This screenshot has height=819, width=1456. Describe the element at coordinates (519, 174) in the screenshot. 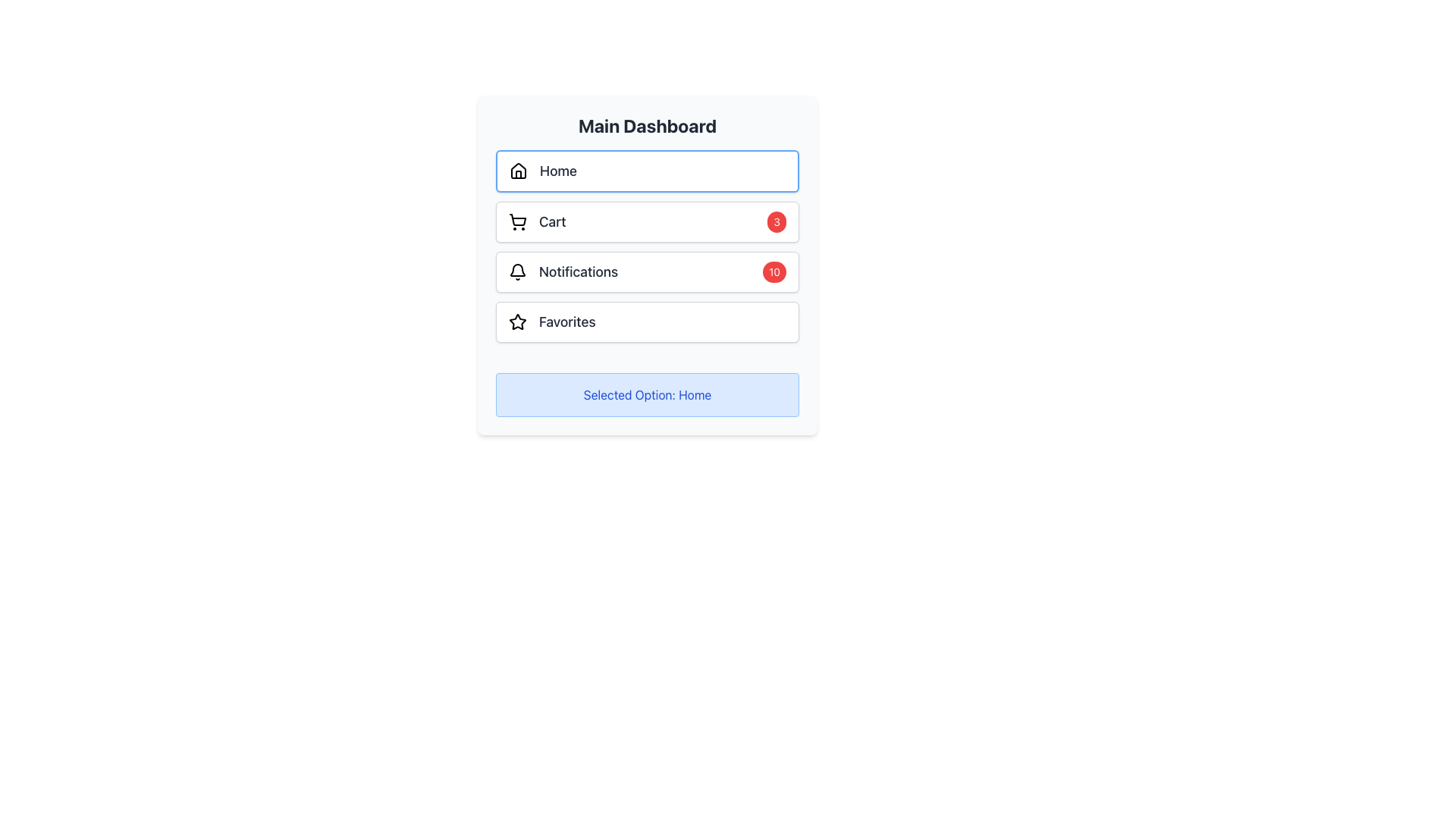

I see `the inner vertical rectangle of the house-shaped icon in the 'Home' option located in the top-left section of the interface` at that location.